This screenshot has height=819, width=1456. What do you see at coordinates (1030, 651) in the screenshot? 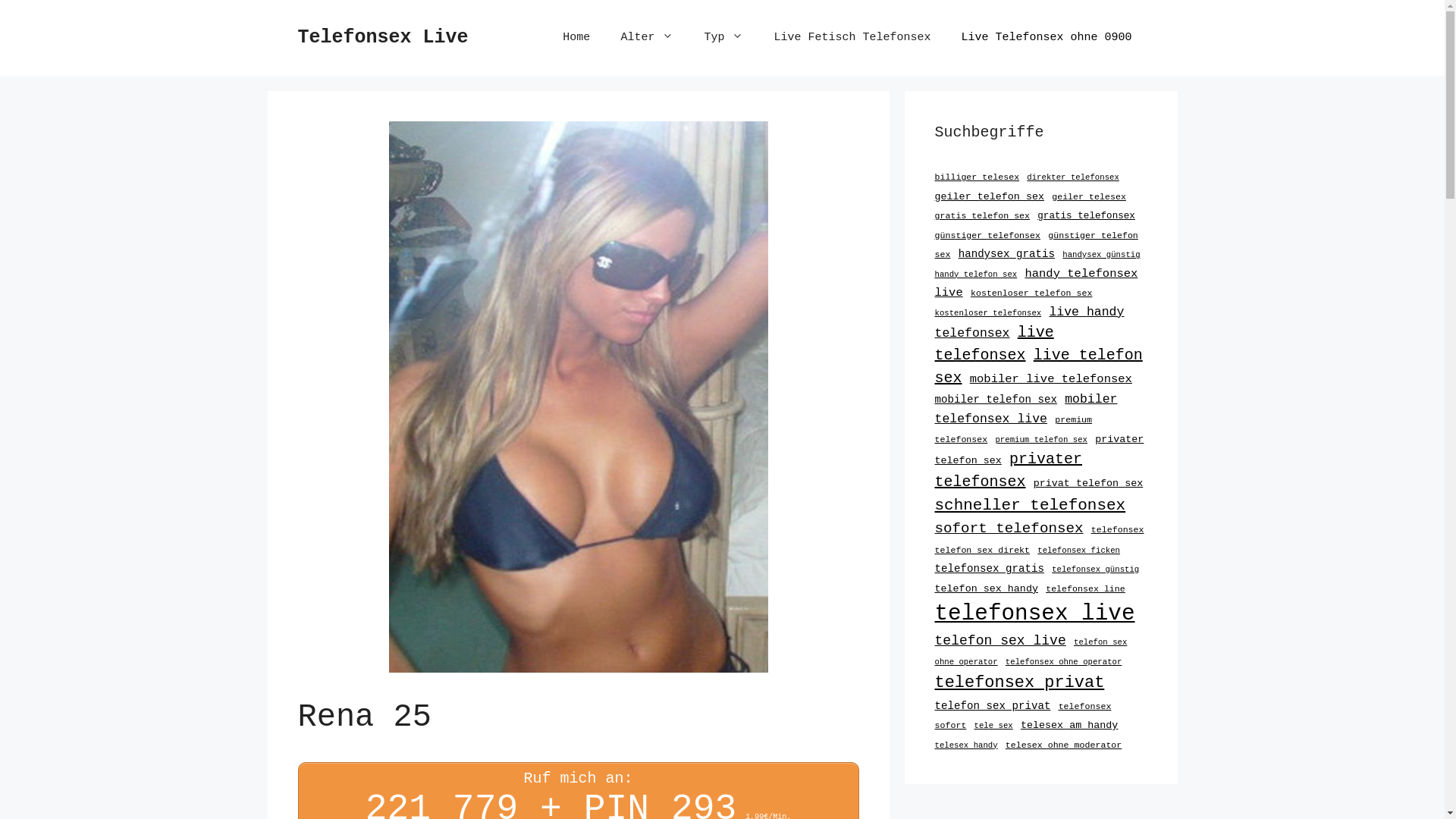
I see `'telefon sex ohne operator'` at bounding box center [1030, 651].